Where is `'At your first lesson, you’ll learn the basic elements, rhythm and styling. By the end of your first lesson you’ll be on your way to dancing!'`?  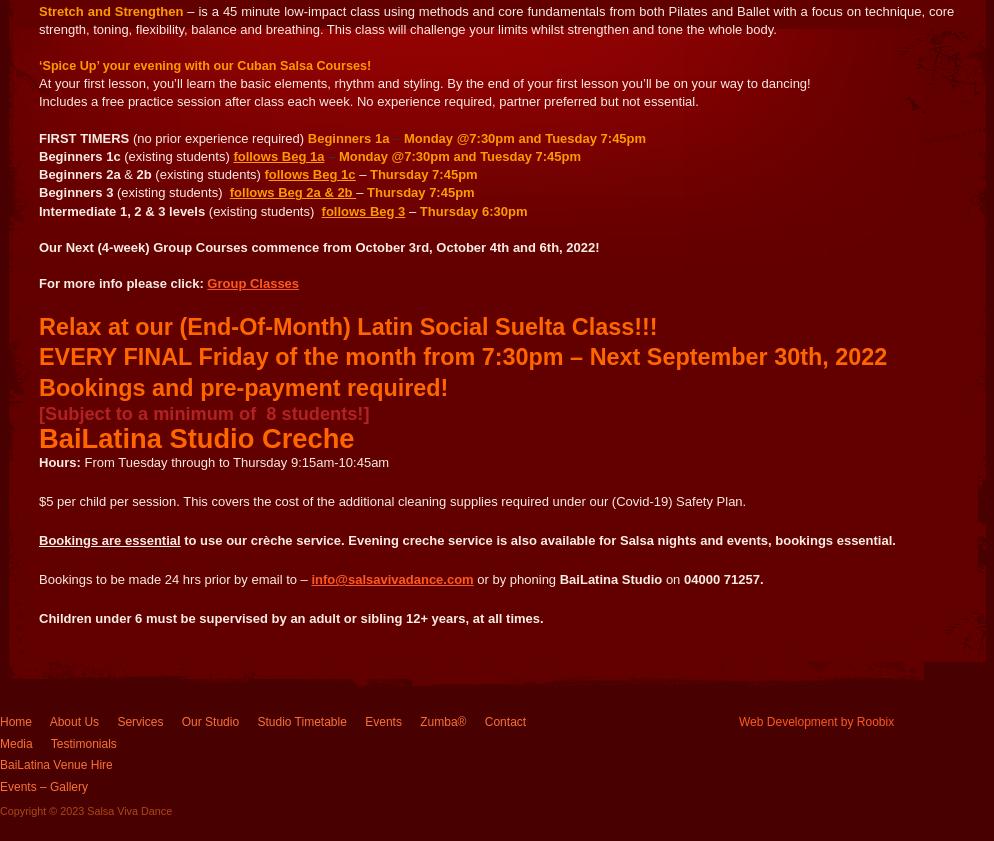 'At your first lesson, you’ll learn the basic elements, rhythm and styling. By the end of your first lesson you’ll be on your way to dancing!' is located at coordinates (37, 82).